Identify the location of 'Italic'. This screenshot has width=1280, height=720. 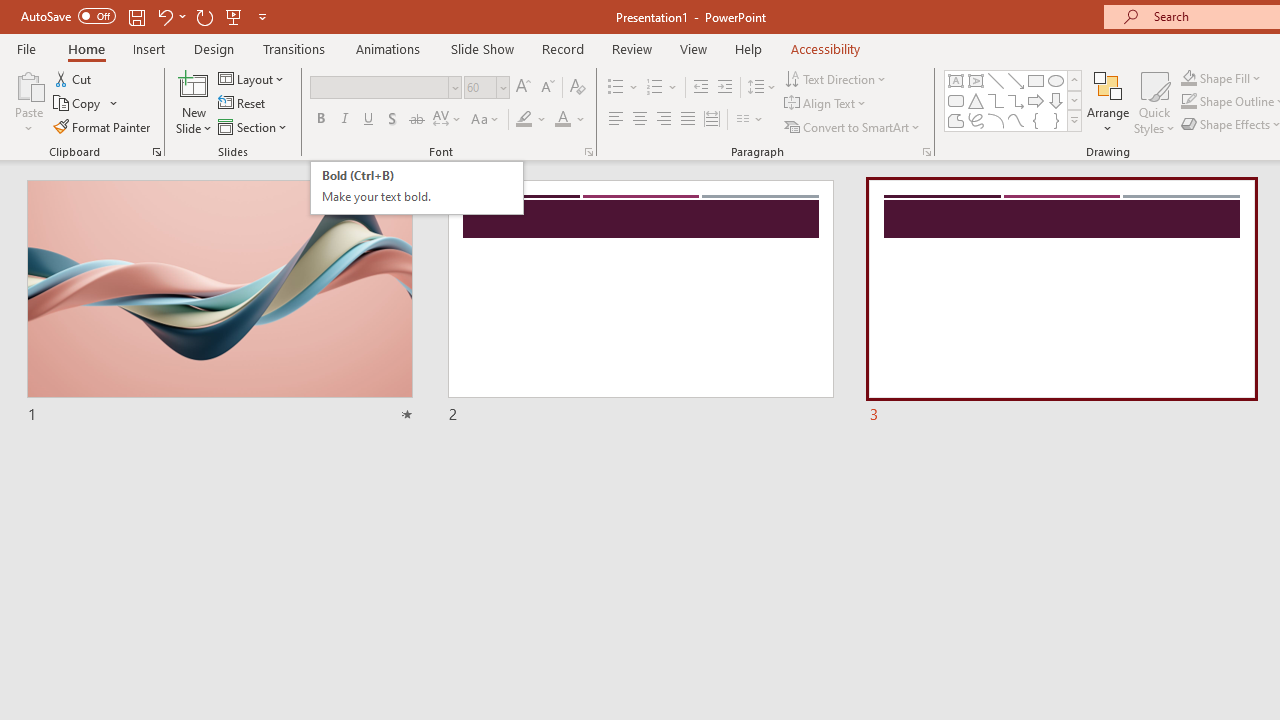
(344, 119).